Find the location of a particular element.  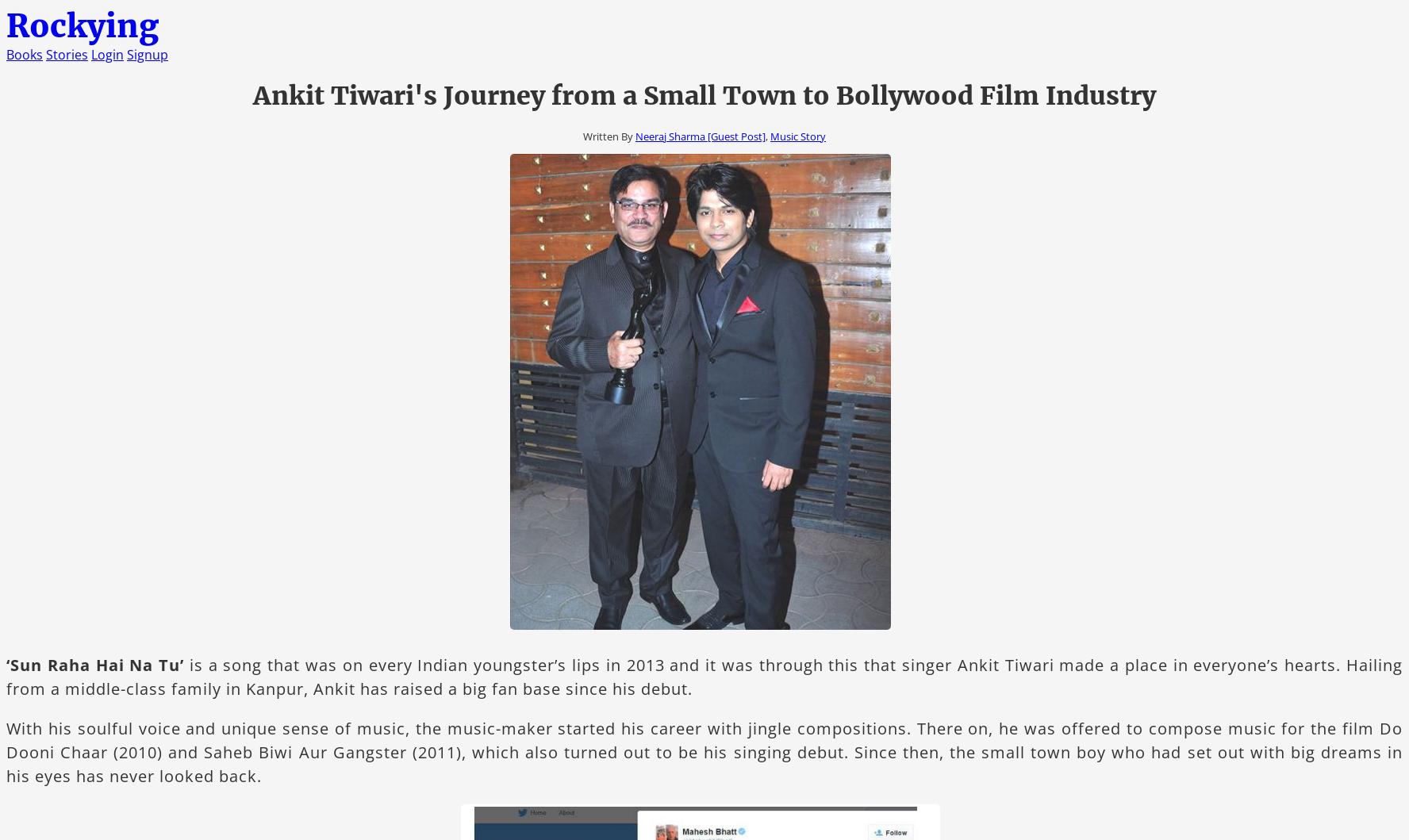

'Neeraj Sharma [Guest Post]' is located at coordinates (701, 135).